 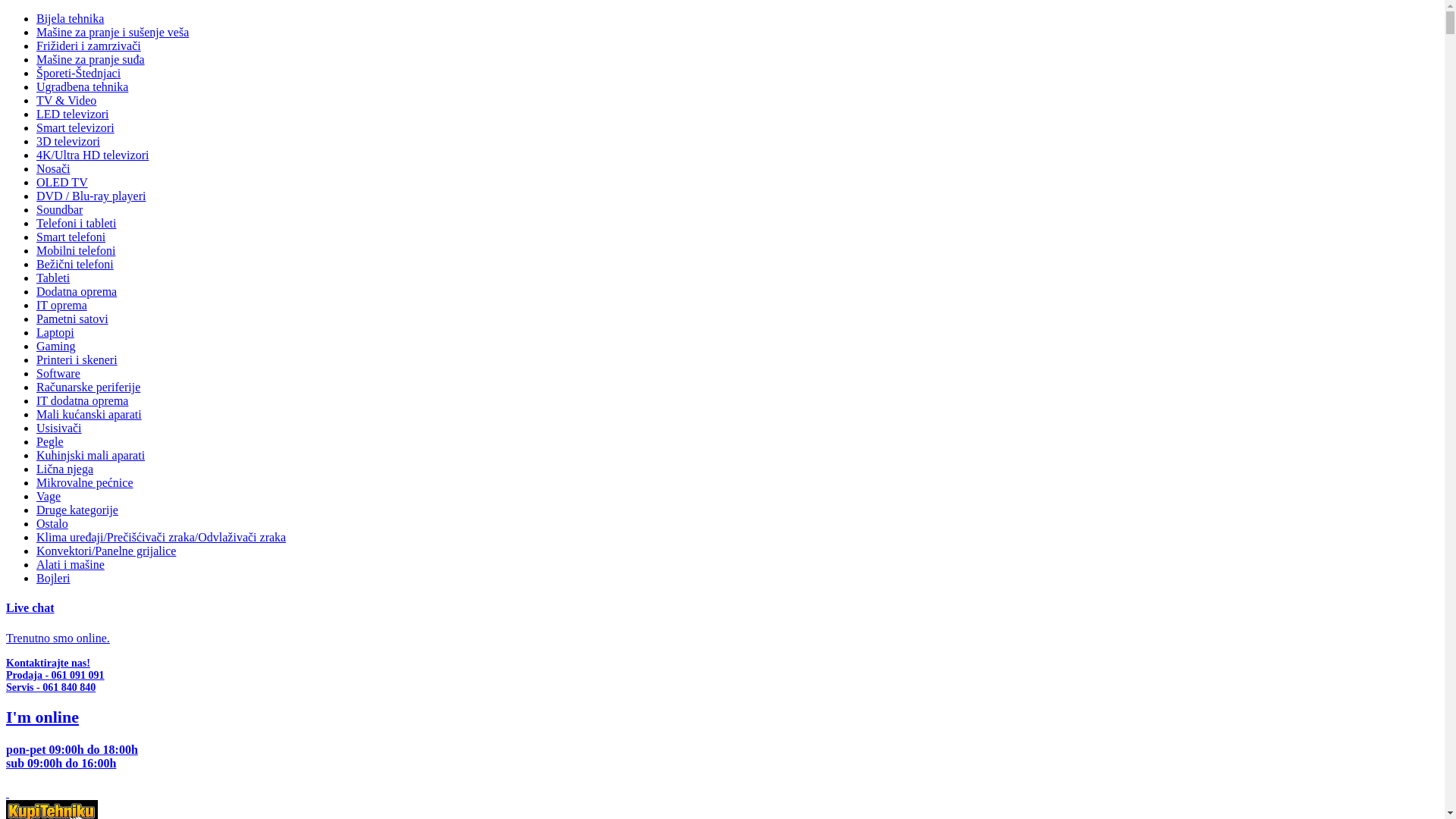 I want to click on 'DVD / Blu-ray playeri', so click(x=90, y=195).